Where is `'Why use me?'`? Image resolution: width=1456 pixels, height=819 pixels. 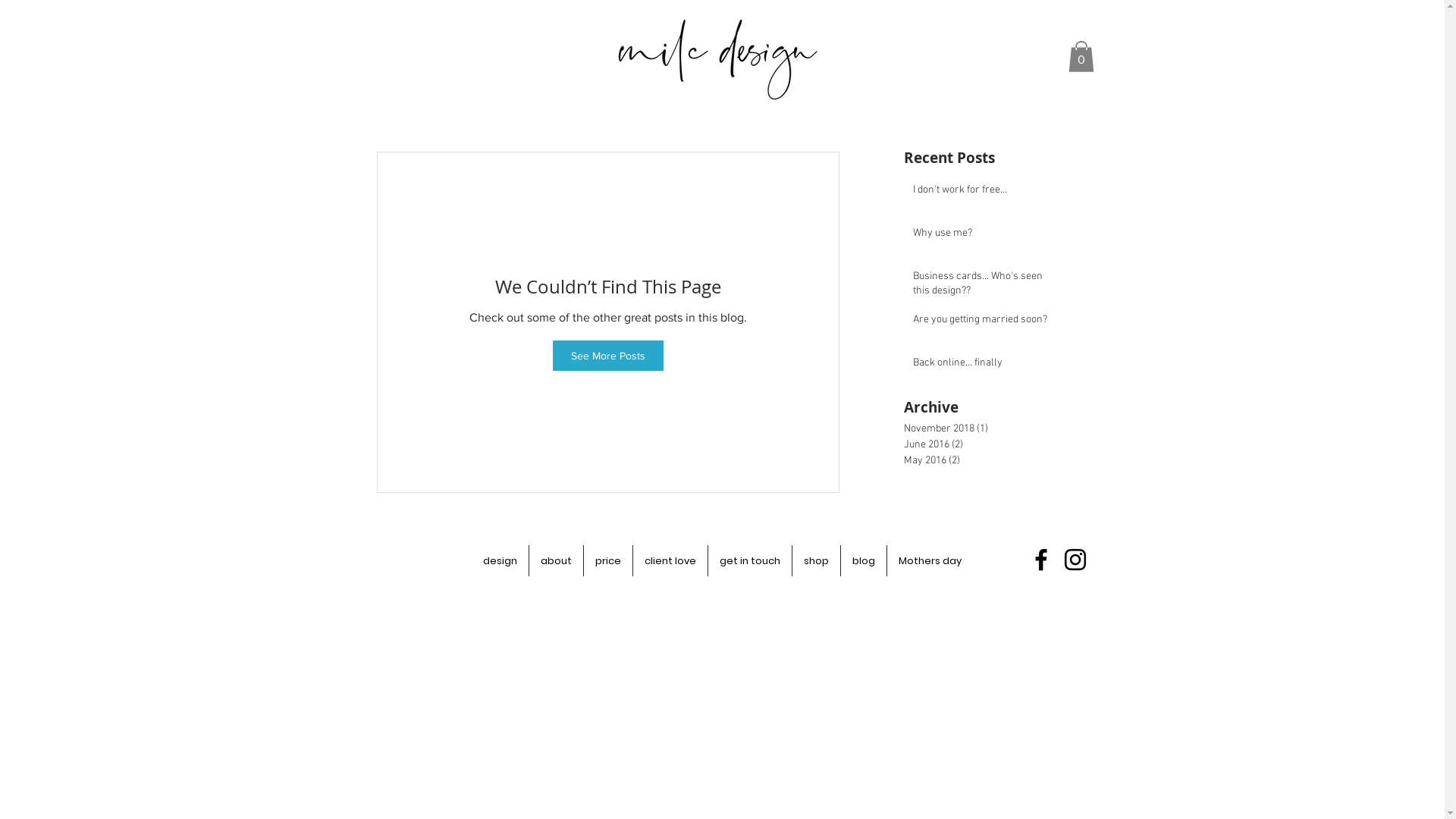
'Why use me?' is located at coordinates (912, 237).